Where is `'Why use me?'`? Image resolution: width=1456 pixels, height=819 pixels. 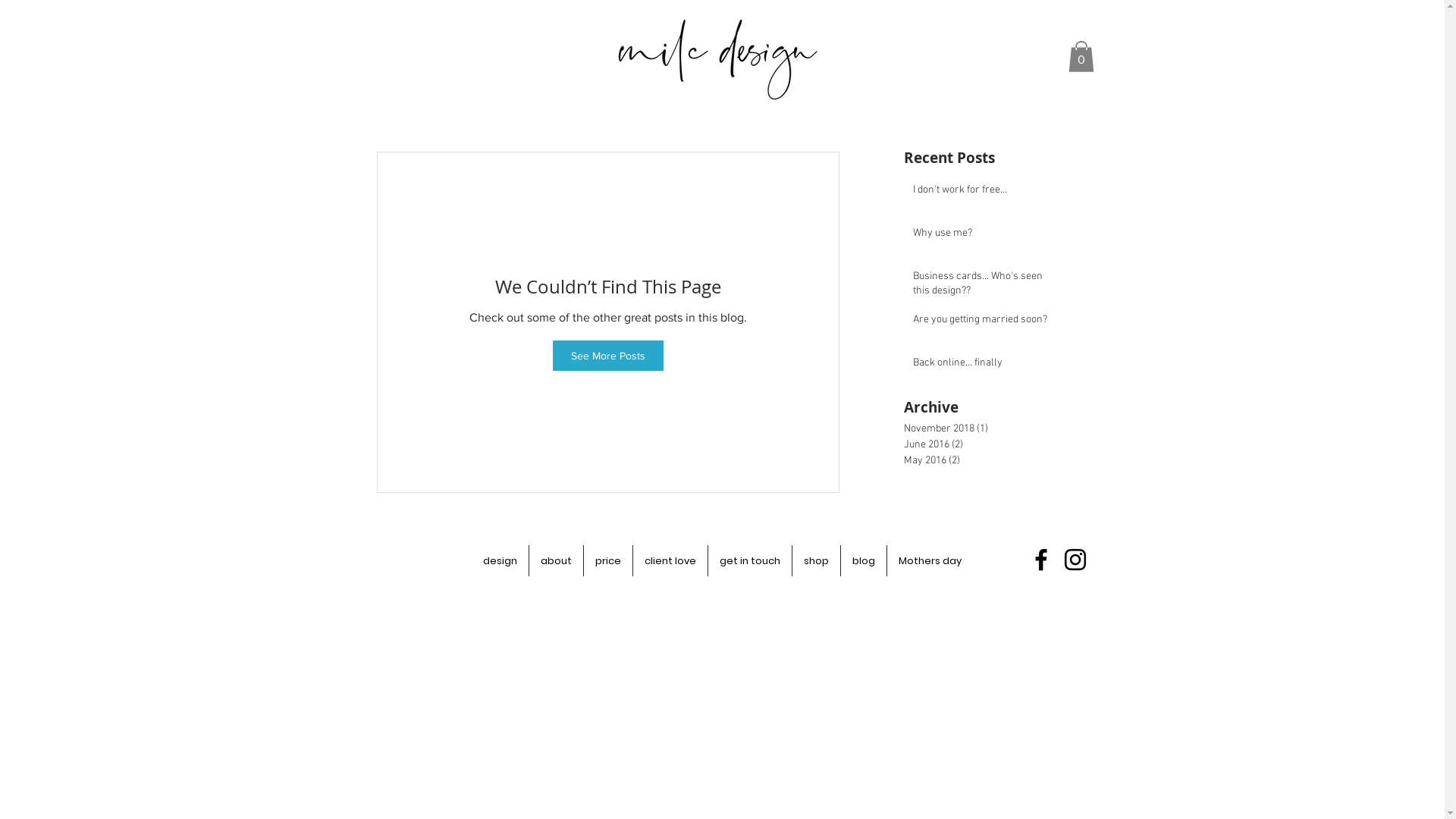
'Why use me?' is located at coordinates (912, 237).